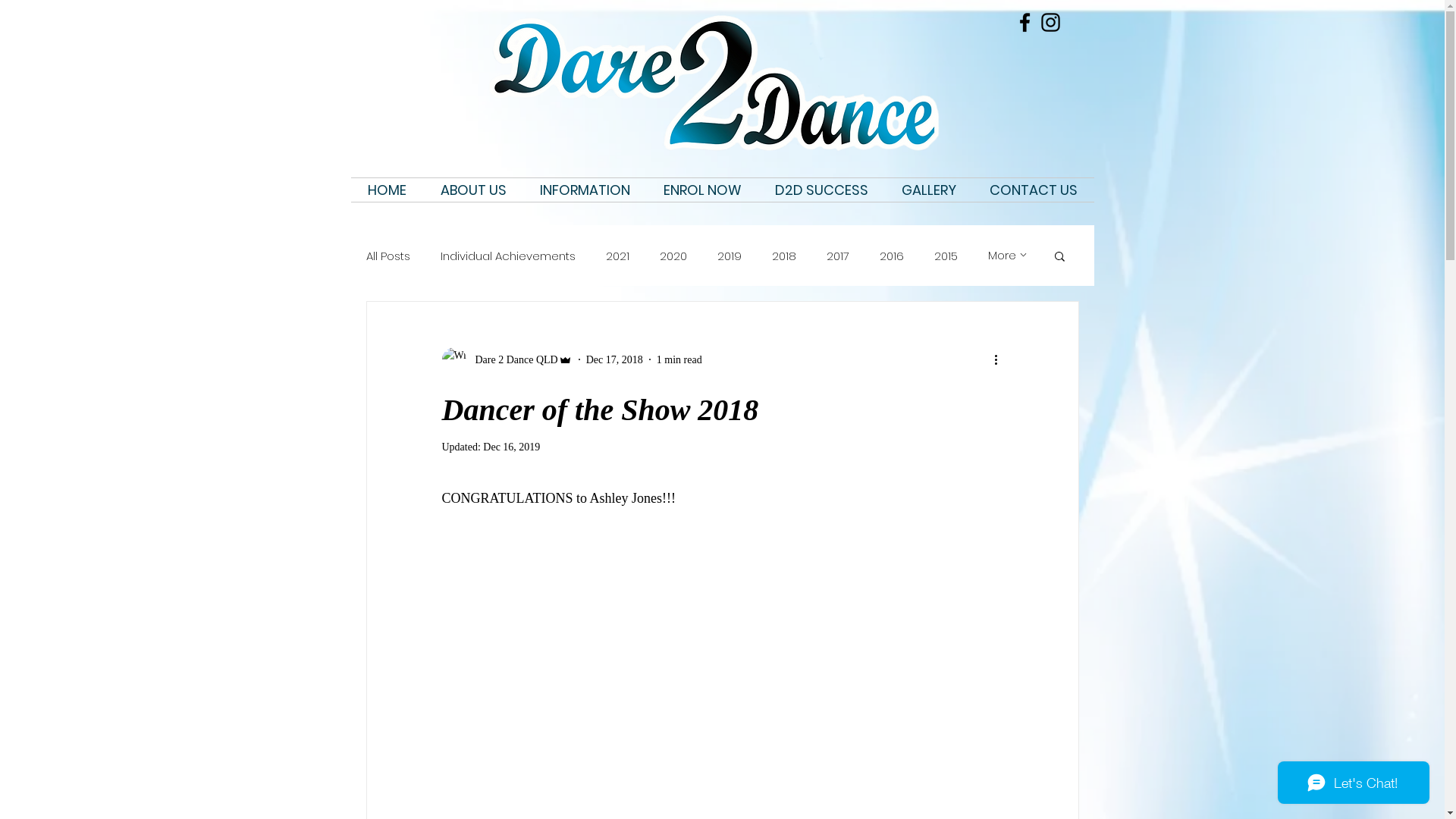 The image size is (1456, 819). What do you see at coordinates (604, 255) in the screenshot?
I see `'2021'` at bounding box center [604, 255].